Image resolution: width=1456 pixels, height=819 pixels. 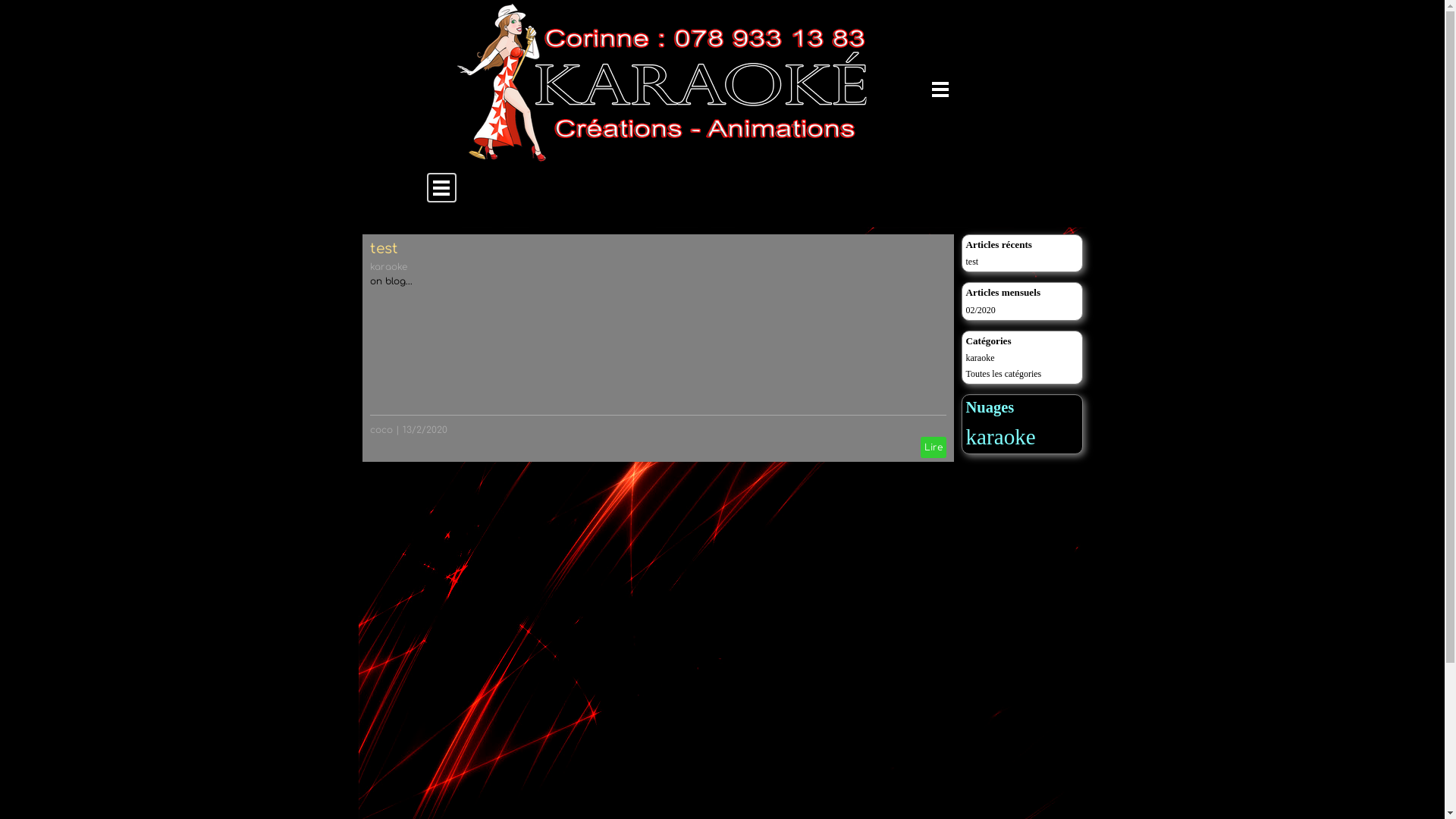 What do you see at coordinates (370, 247) in the screenshot?
I see `'test'` at bounding box center [370, 247].